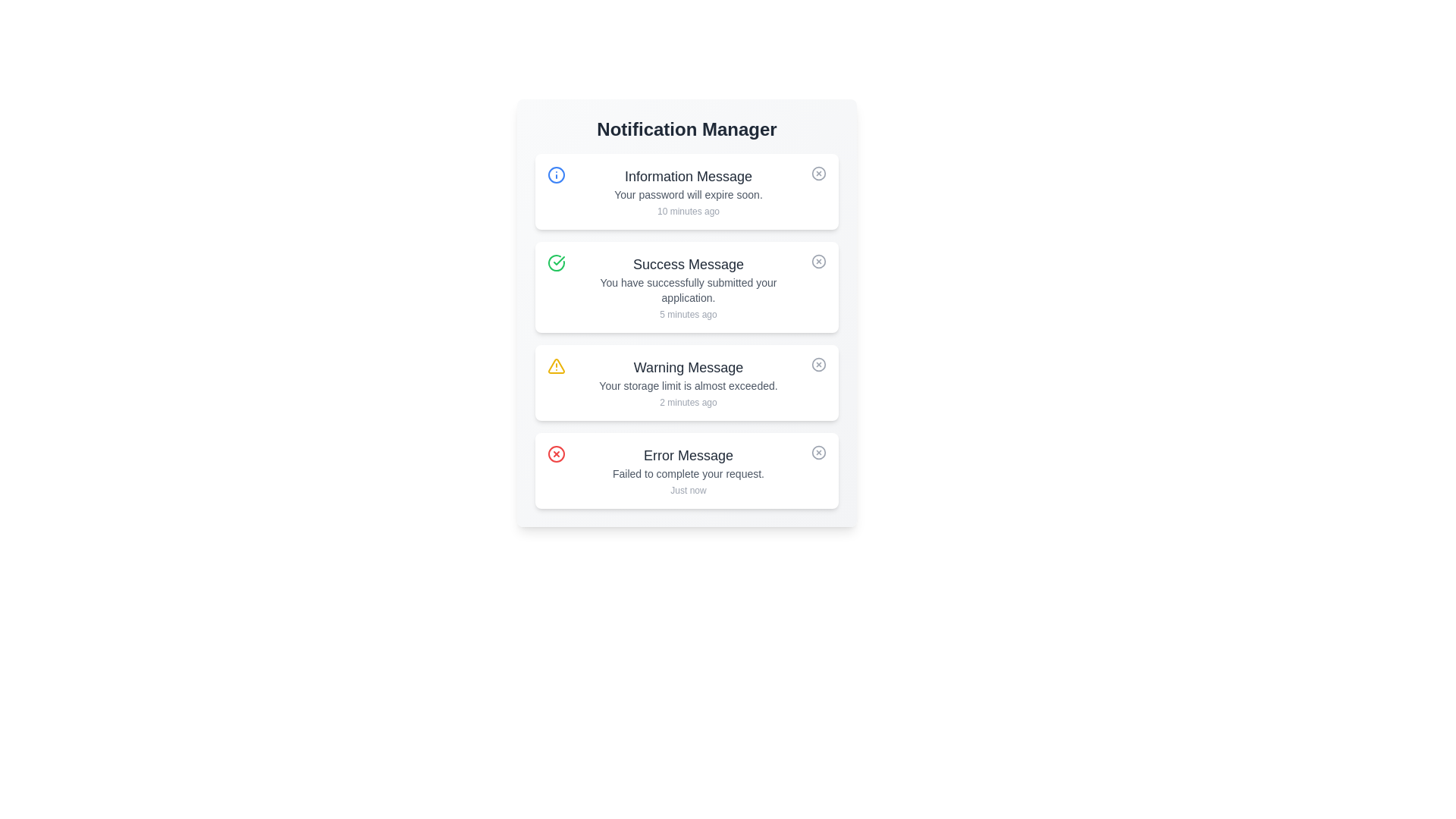 The width and height of the screenshot is (1456, 819). I want to click on the text label reading '10 minutes ago' which is styled in gray color and located at the bottom of the notification card about expiring passwords, so click(687, 211).